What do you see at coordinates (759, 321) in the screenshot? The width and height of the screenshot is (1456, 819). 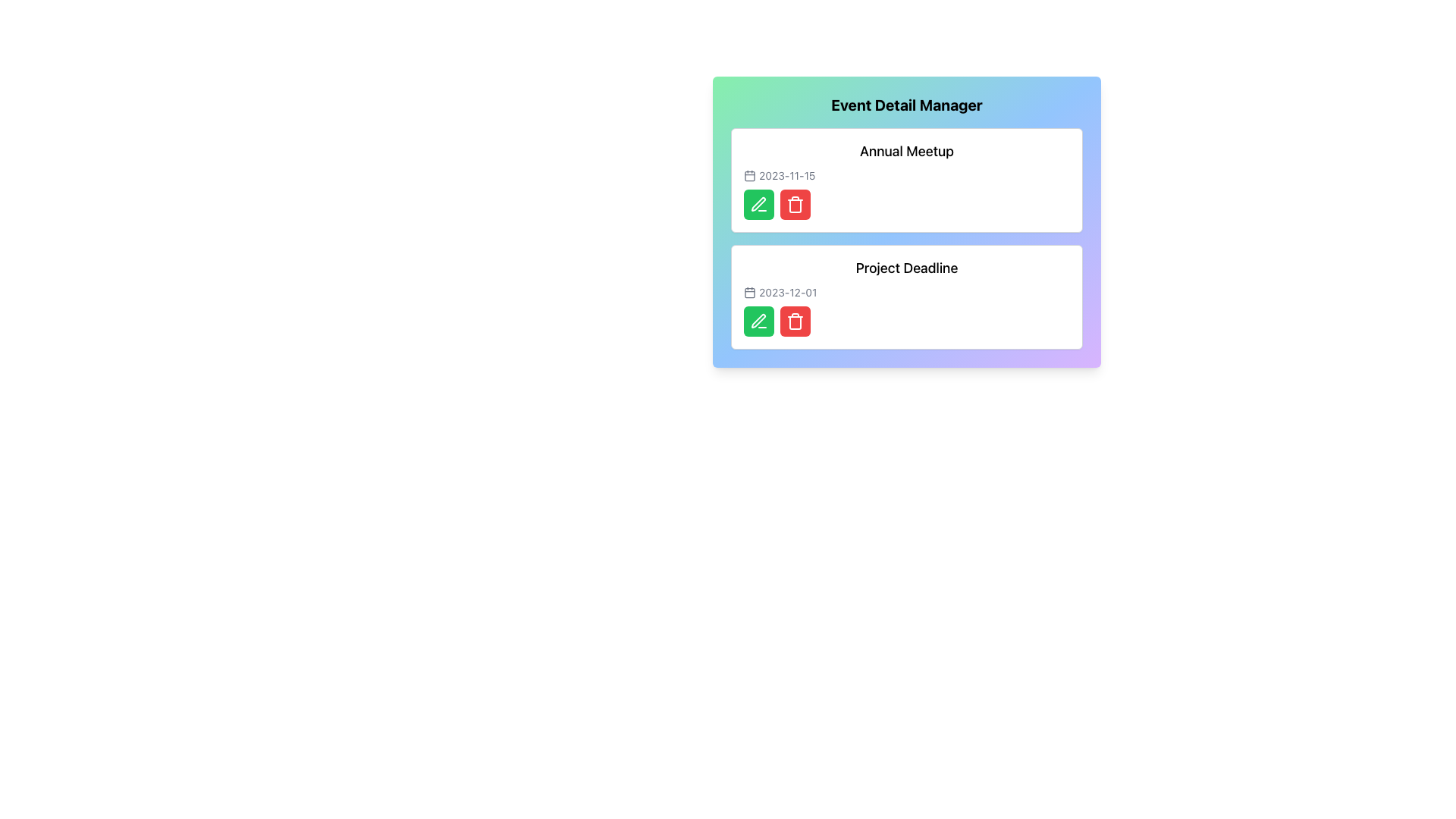 I see `the 'edit' icon located within the green button in the lower task box labeled 'Project Deadline'` at bounding box center [759, 321].